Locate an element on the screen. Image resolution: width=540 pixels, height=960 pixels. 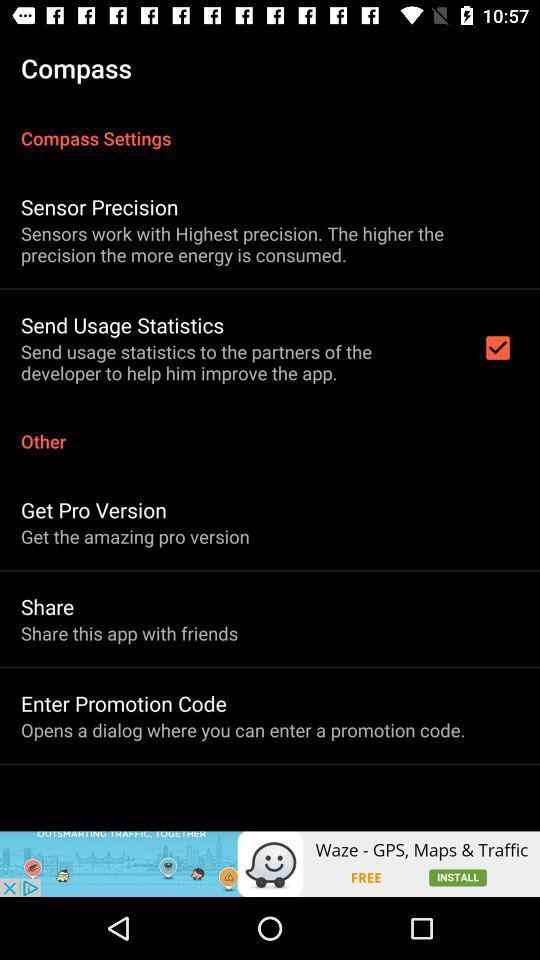
icon below the send usage statistics is located at coordinates (270, 430).